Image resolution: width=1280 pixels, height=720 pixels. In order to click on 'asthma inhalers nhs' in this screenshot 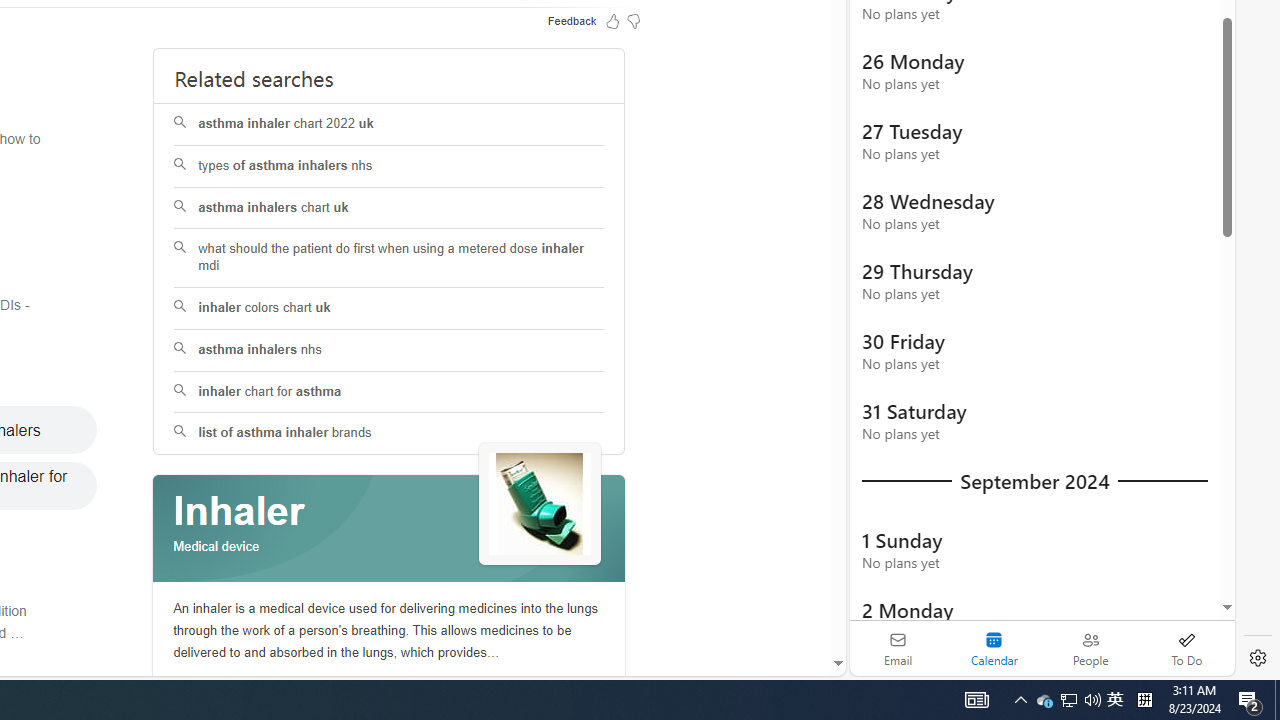, I will do `click(389, 349)`.